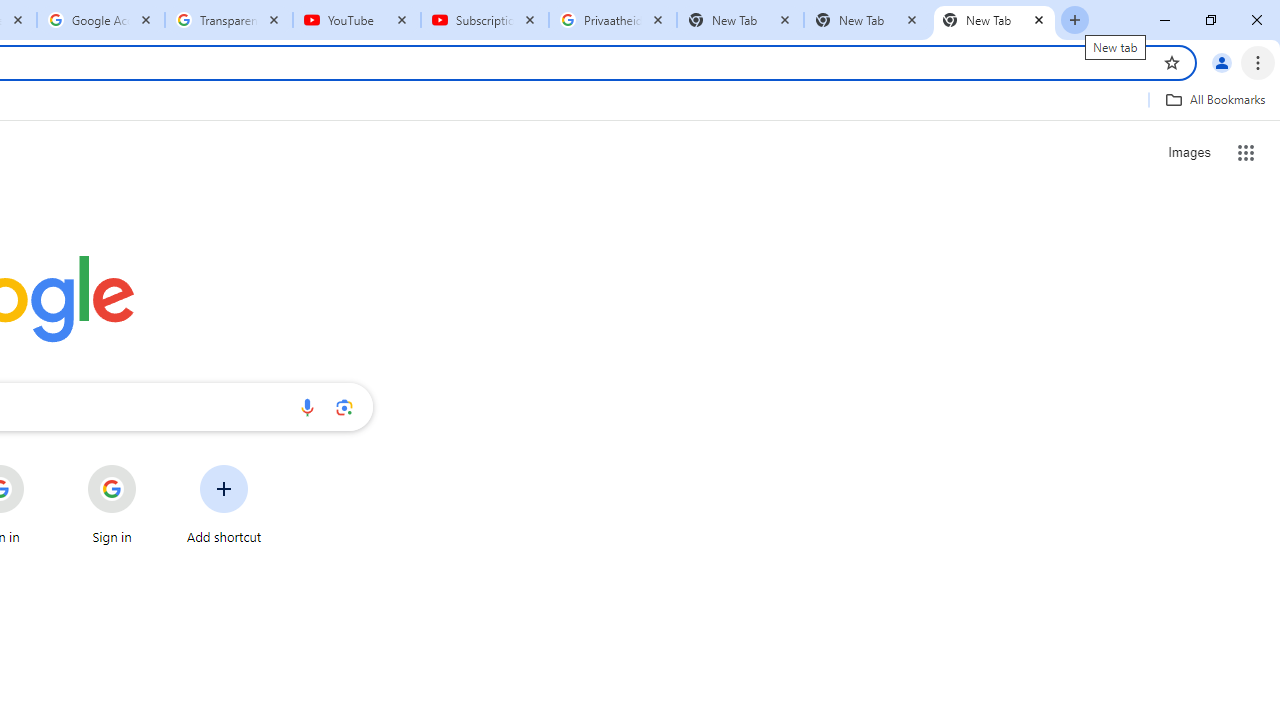  What do you see at coordinates (1189, 152) in the screenshot?
I see `'Search for Images '` at bounding box center [1189, 152].